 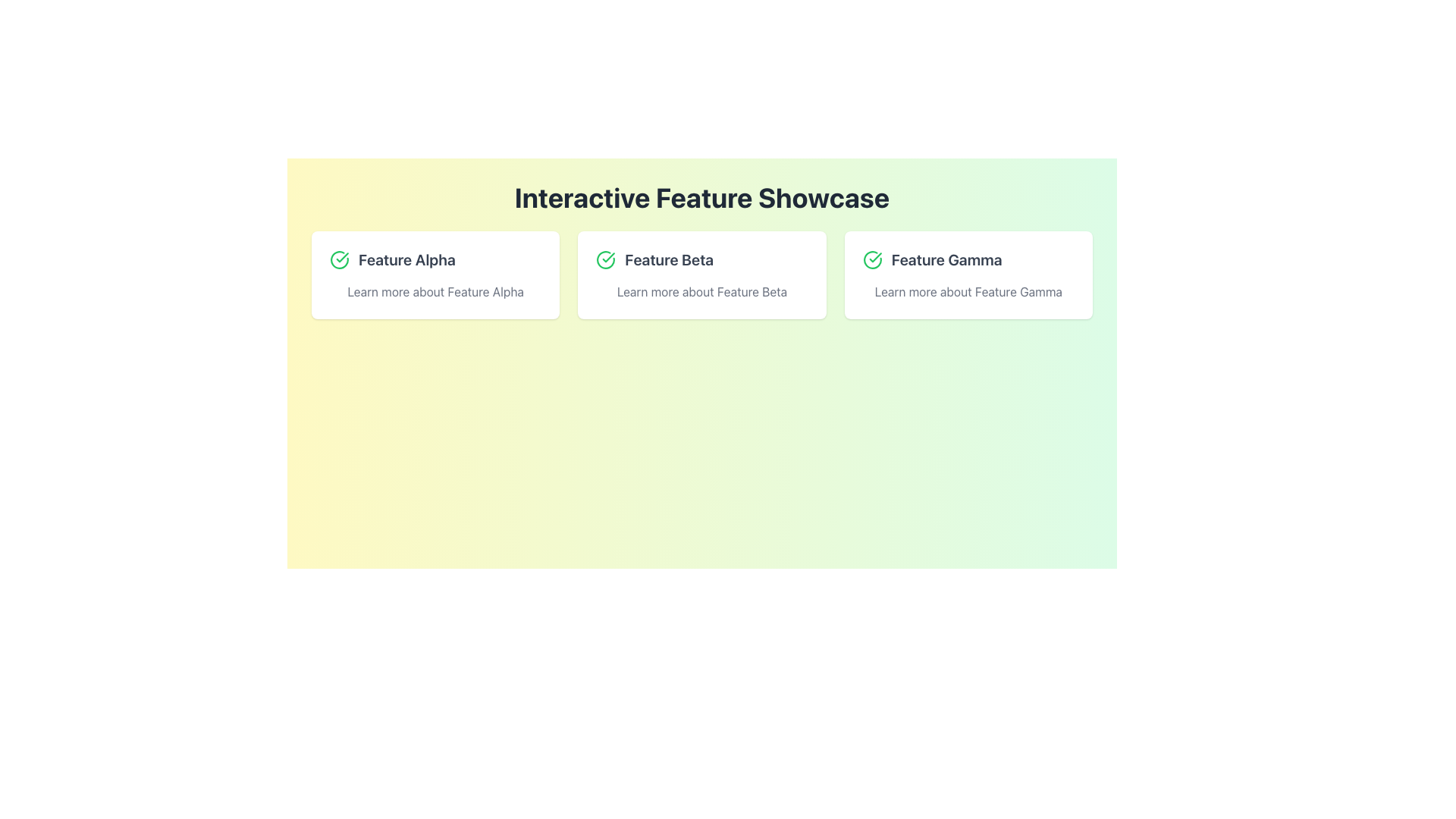 What do you see at coordinates (435, 292) in the screenshot?
I see `the Text Label below the main title` at bounding box center [435, 292].